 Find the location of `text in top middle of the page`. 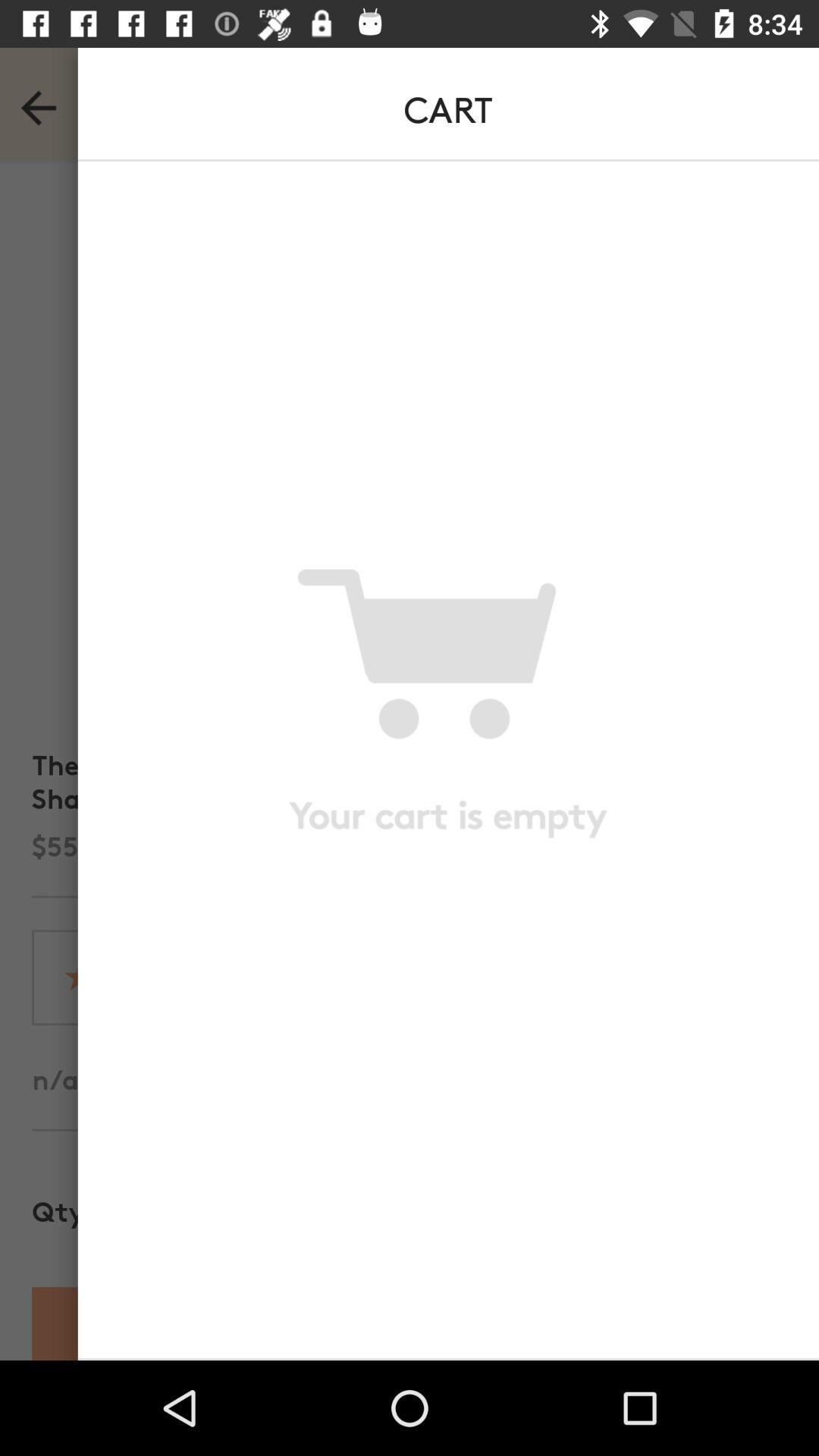

text in top middle of the page is located at coordinates (357, 103).